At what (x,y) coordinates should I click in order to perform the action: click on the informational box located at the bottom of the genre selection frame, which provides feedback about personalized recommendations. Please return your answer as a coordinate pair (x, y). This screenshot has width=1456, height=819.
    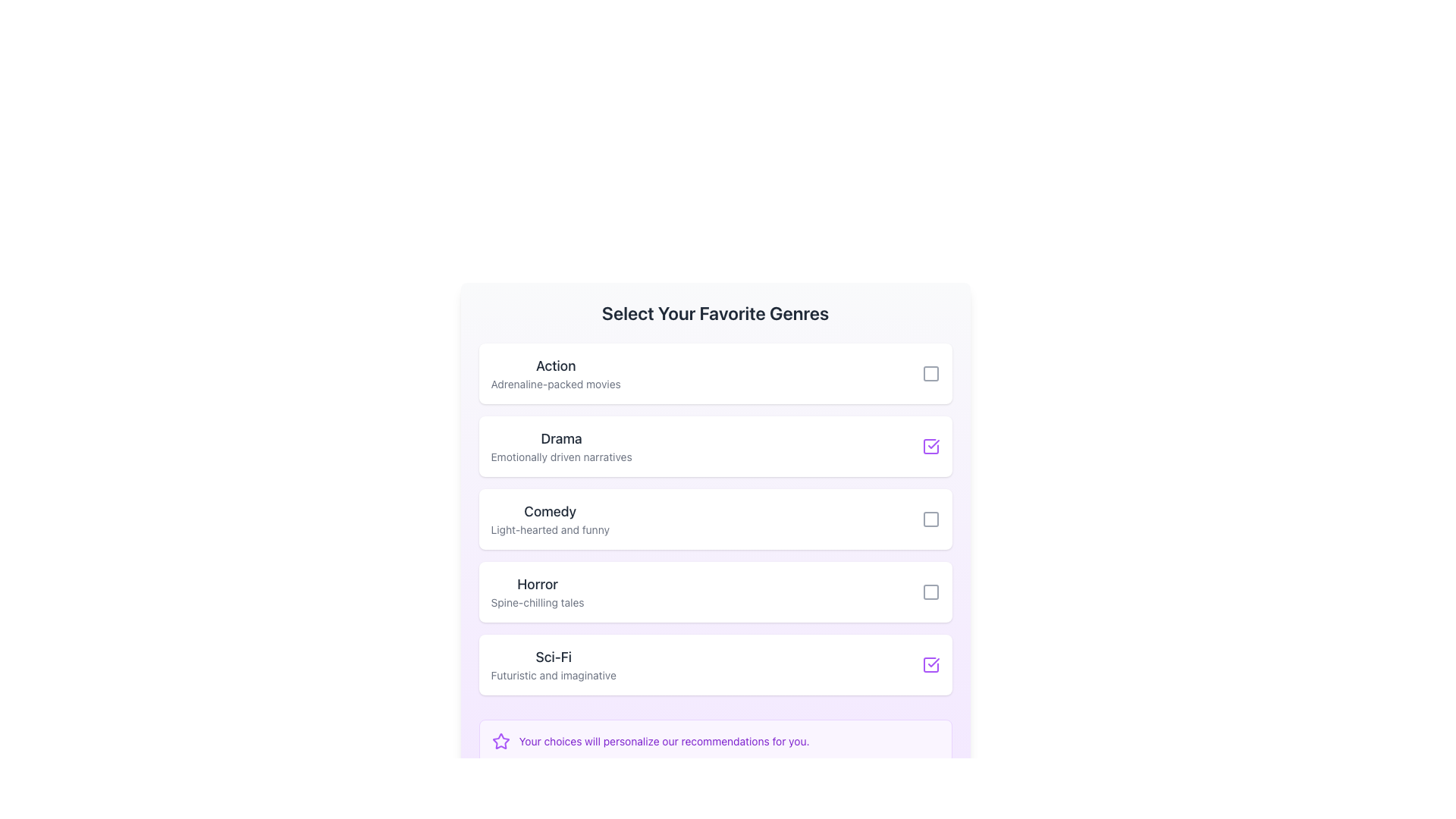
    Looking at the image, I should click on (714, 741).